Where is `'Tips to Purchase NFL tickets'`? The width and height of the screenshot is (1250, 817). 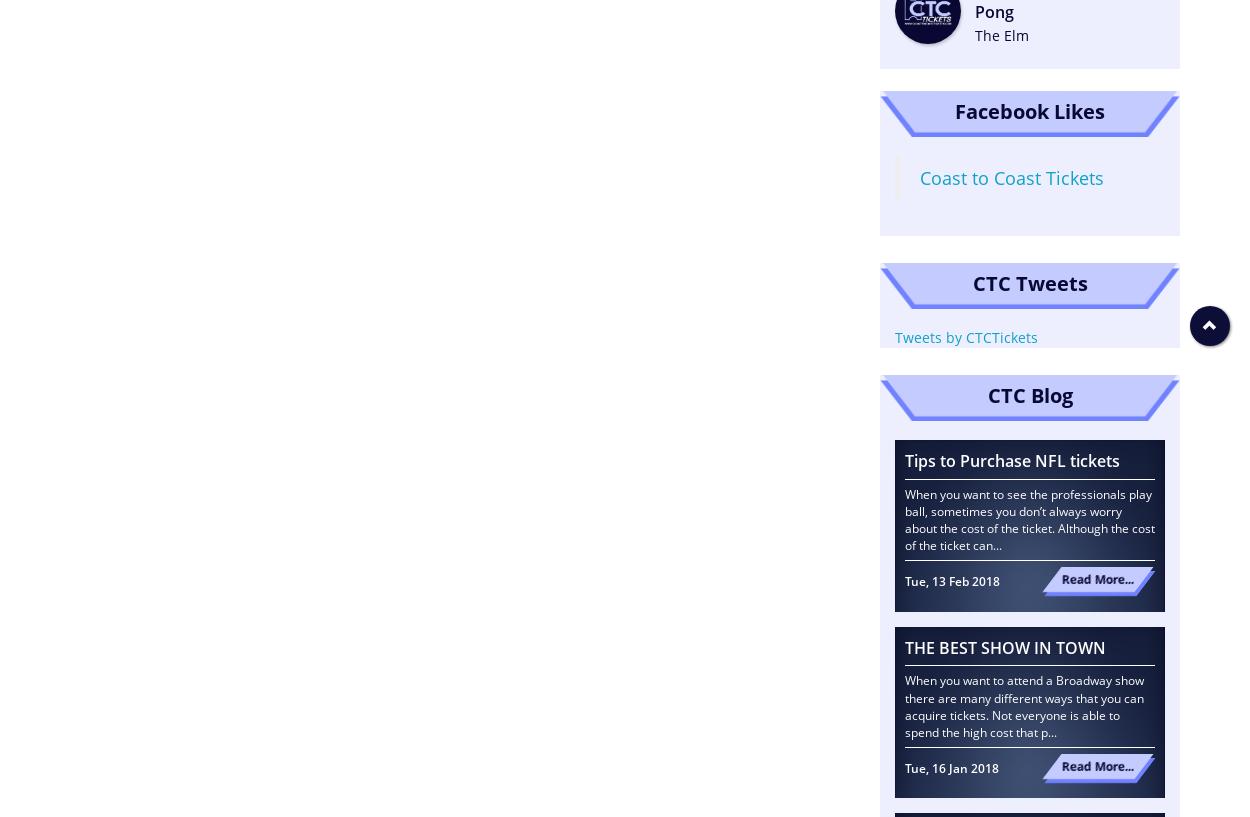
'Tips to Purchase NFL tickets' is located at coordinates (1012, 459).